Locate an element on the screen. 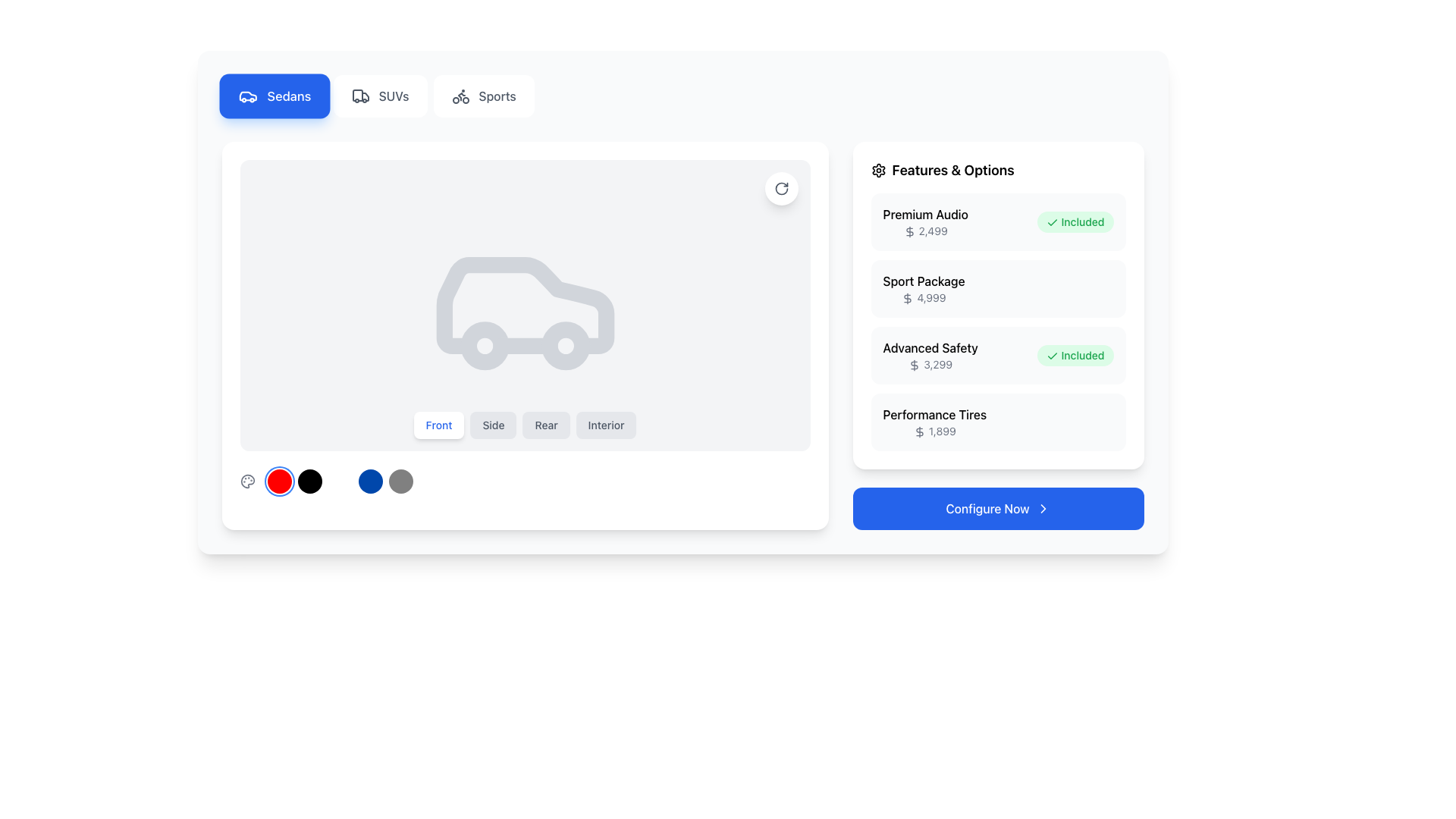 Image resolution: width=1456 pixels, height=819 pixels. the bike icon in the navigation bar is located at coordinates (460, 96).